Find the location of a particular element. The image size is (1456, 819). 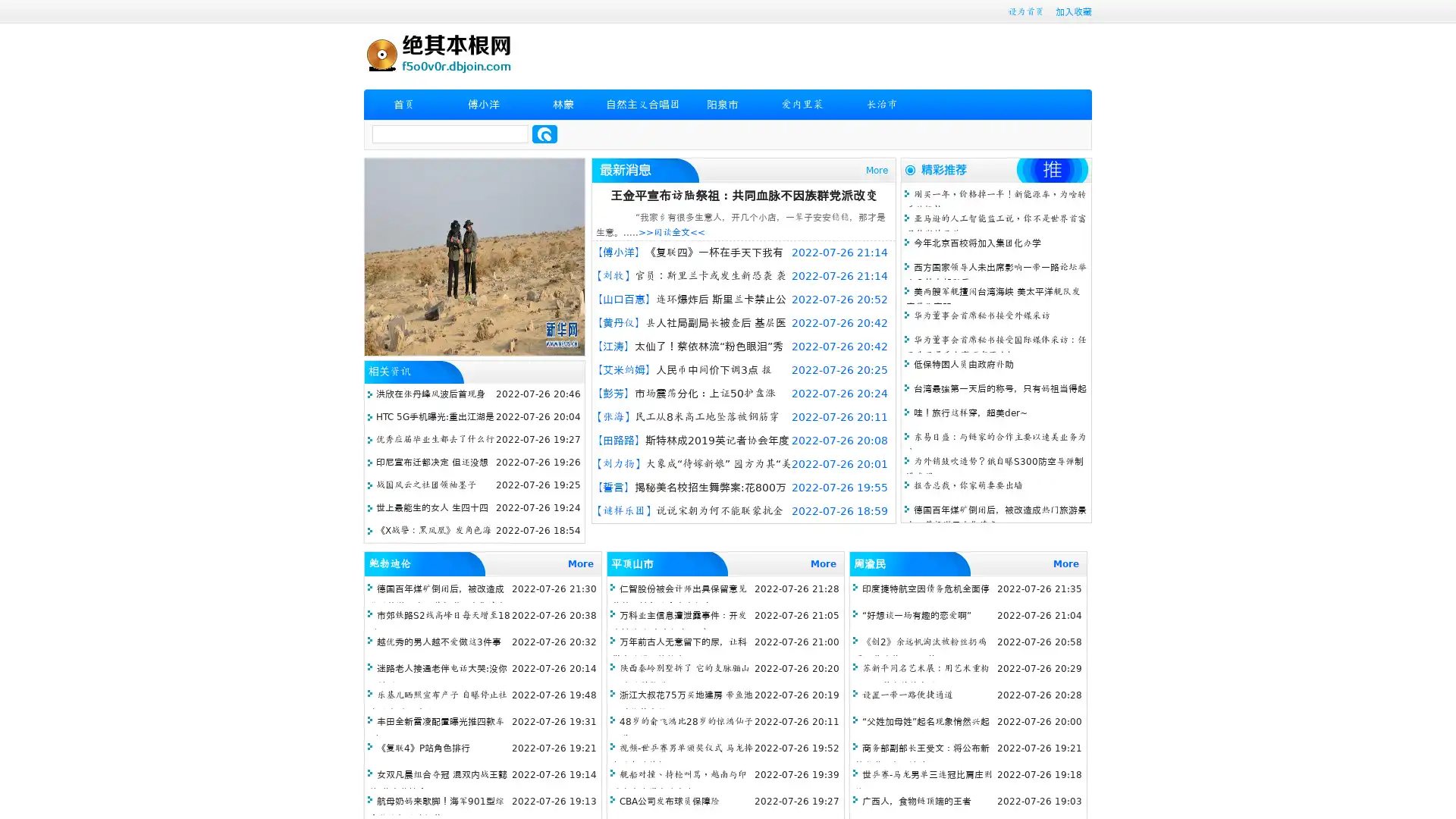

Search is located at coordinates (544, 133).